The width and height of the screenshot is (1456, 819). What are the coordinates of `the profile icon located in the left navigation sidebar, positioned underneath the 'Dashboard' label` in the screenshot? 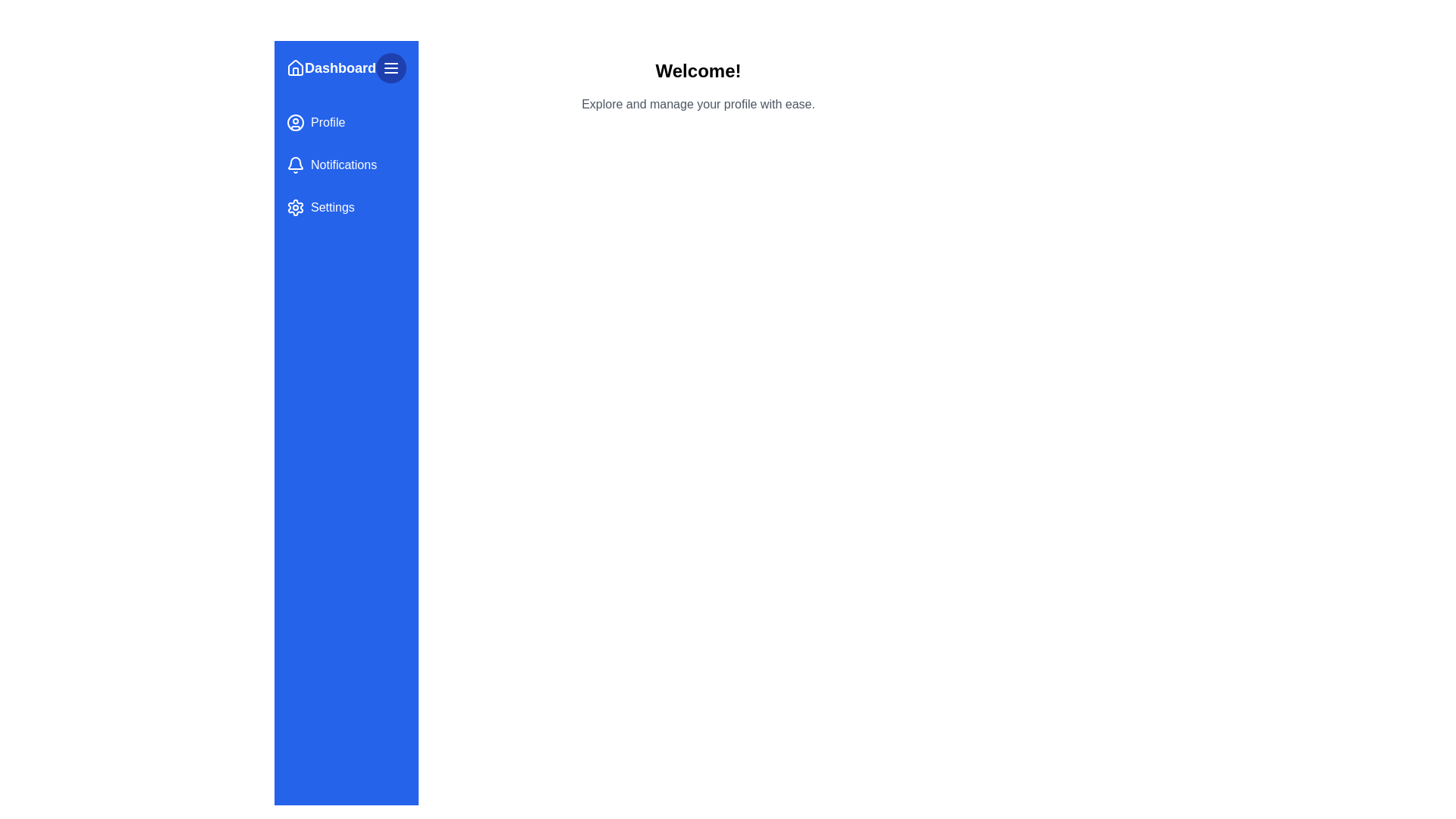 It's located at (295, 122).